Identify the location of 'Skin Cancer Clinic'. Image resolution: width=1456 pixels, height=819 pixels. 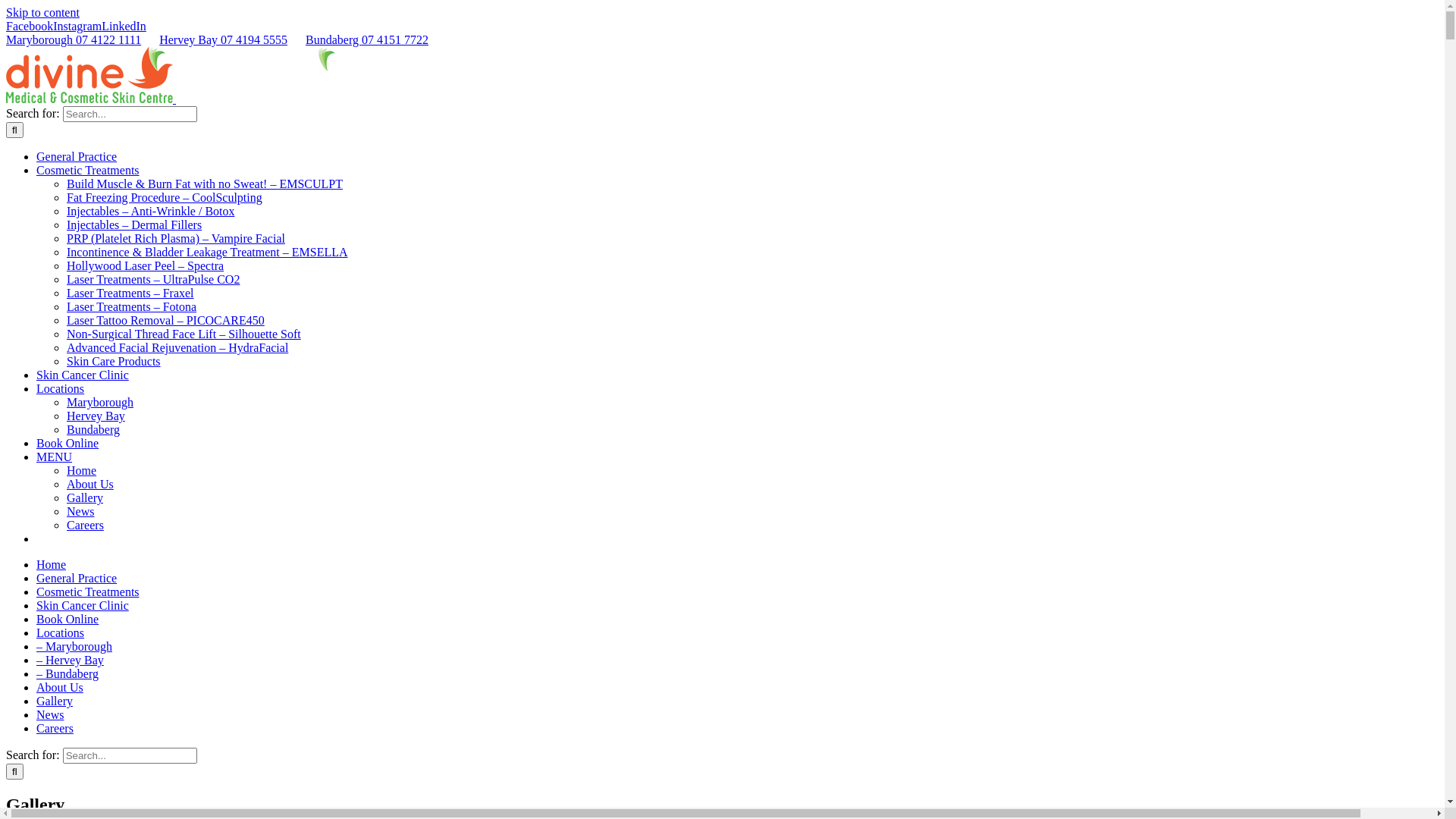
(82, 604).